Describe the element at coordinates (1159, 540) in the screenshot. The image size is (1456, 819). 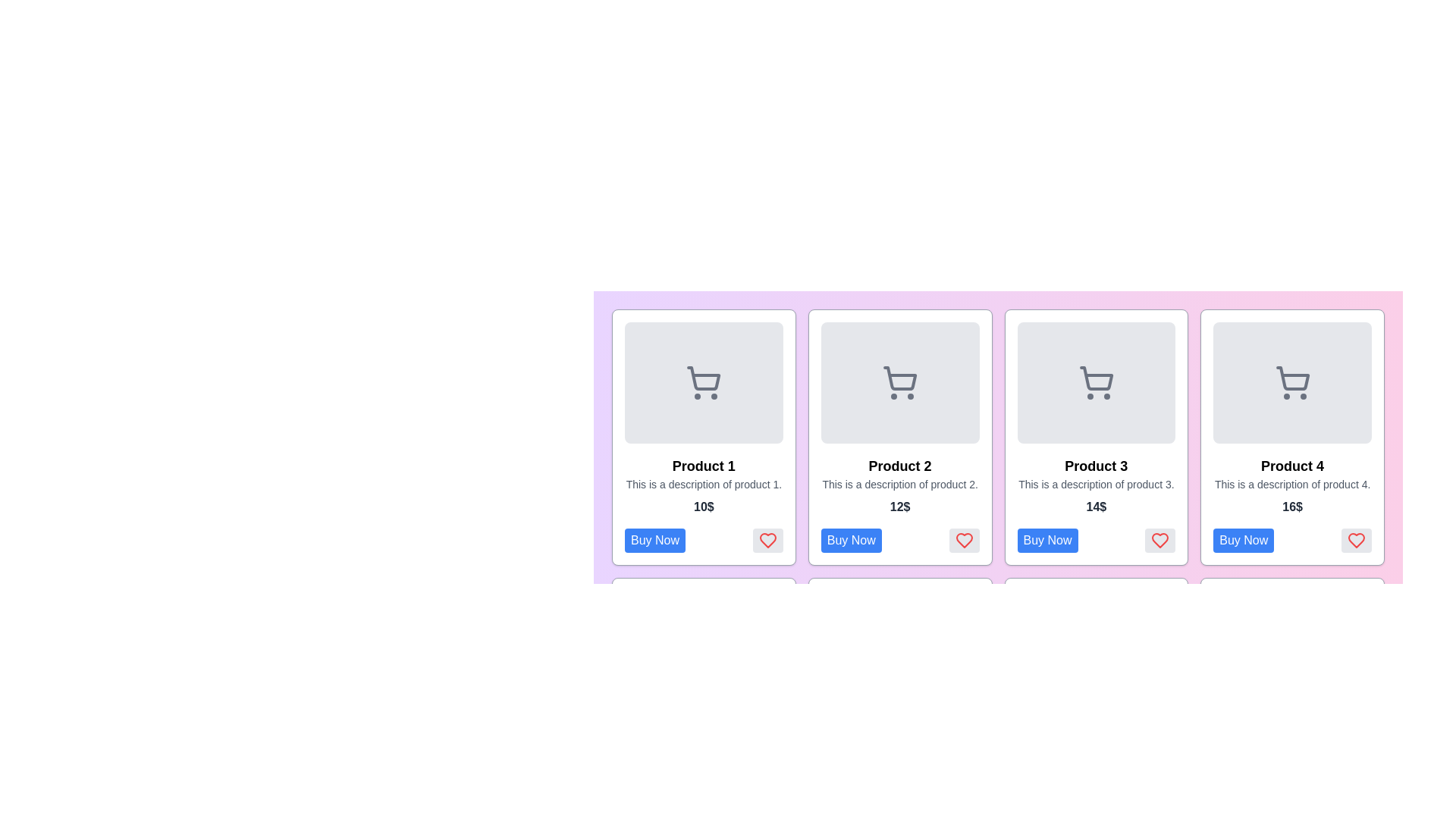
I see `the heart icon in the 'Product 3' card to favorite the item` at that location.